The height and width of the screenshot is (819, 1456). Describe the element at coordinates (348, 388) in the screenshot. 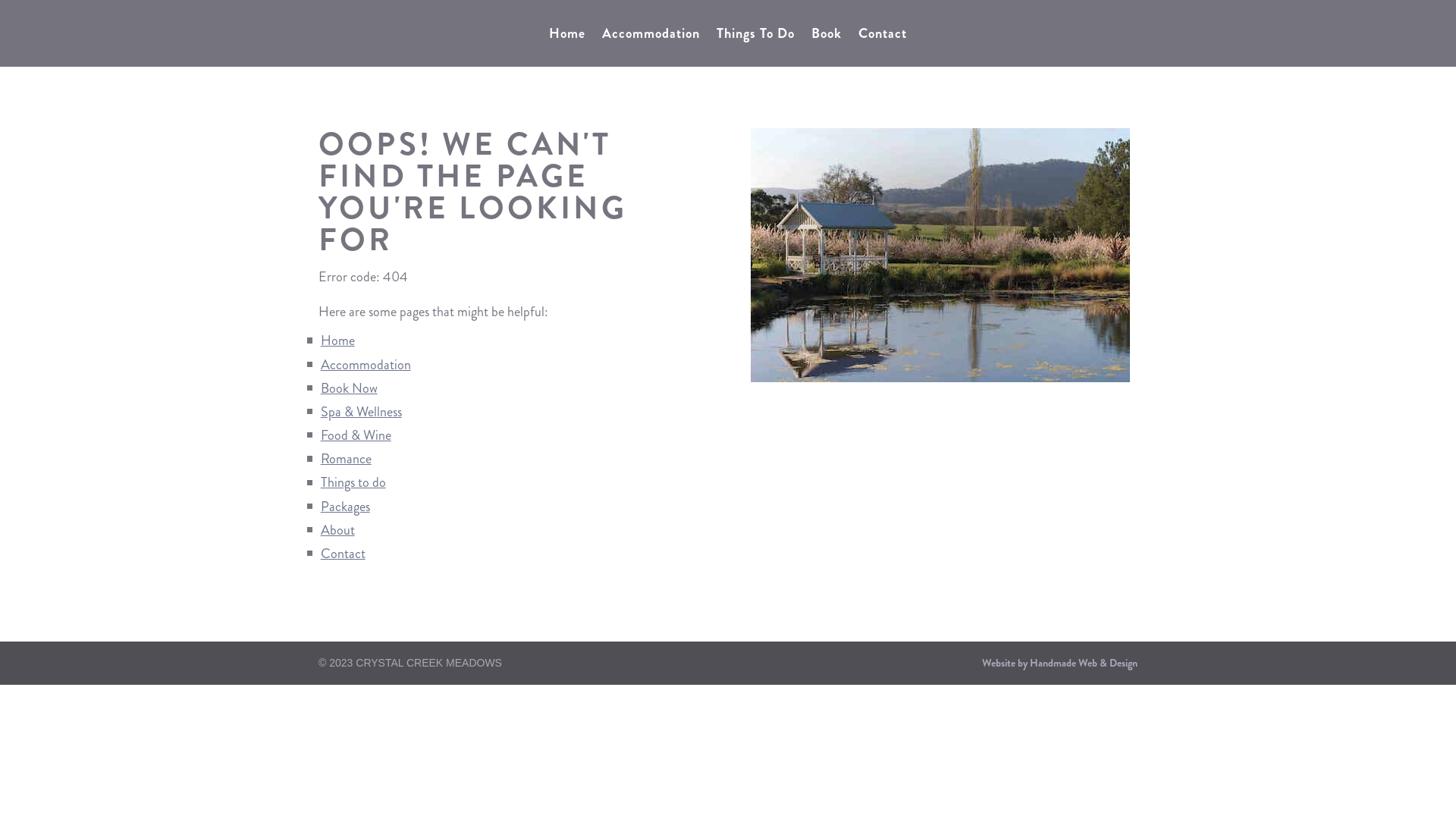

I see `'Book Now'` at that location.